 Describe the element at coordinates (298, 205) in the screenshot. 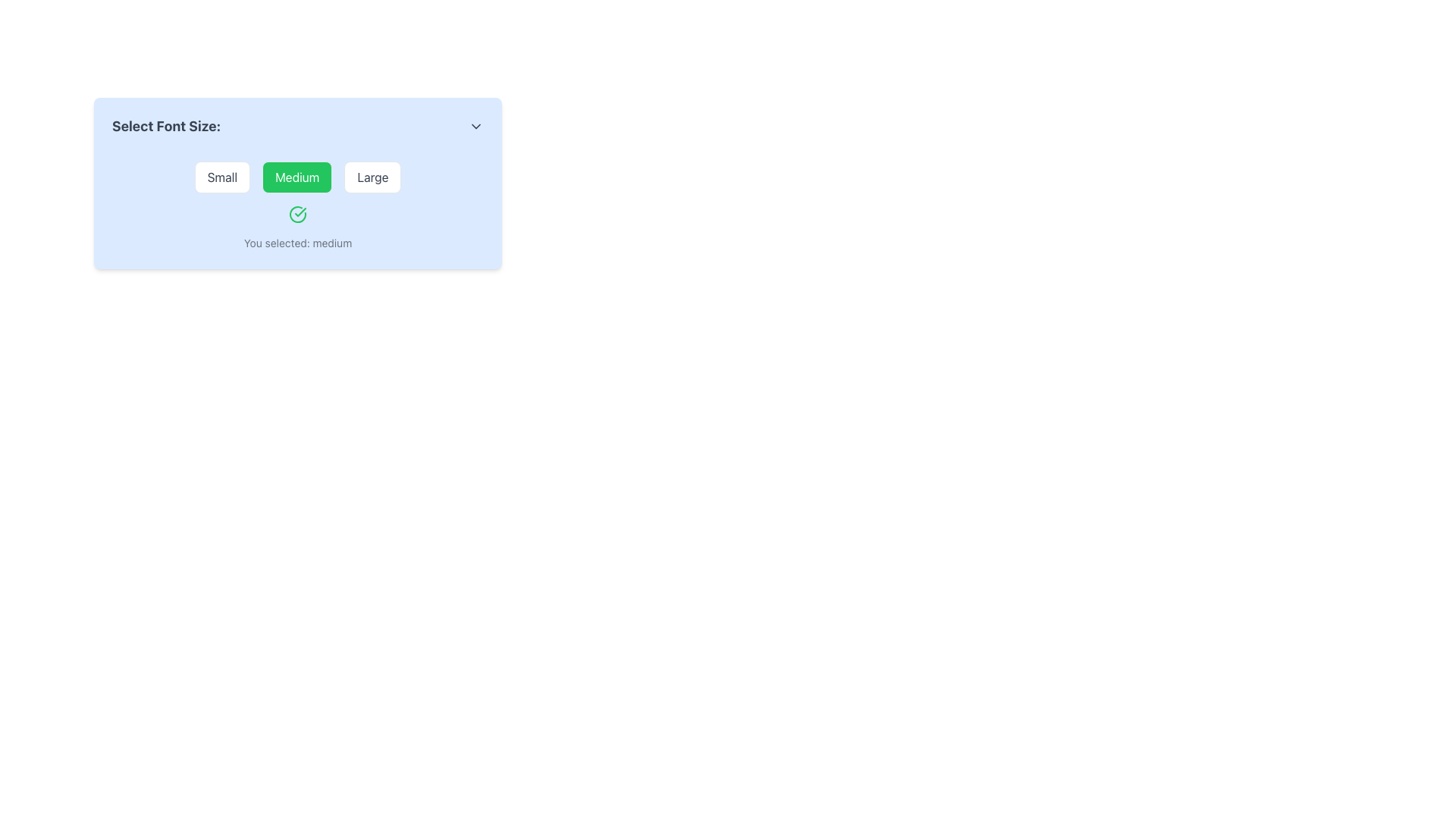

I see `or click the confirmation icon in the interactive panel labeled 'Select Font Size:' which displays the selected option 'Medium'` at that location.